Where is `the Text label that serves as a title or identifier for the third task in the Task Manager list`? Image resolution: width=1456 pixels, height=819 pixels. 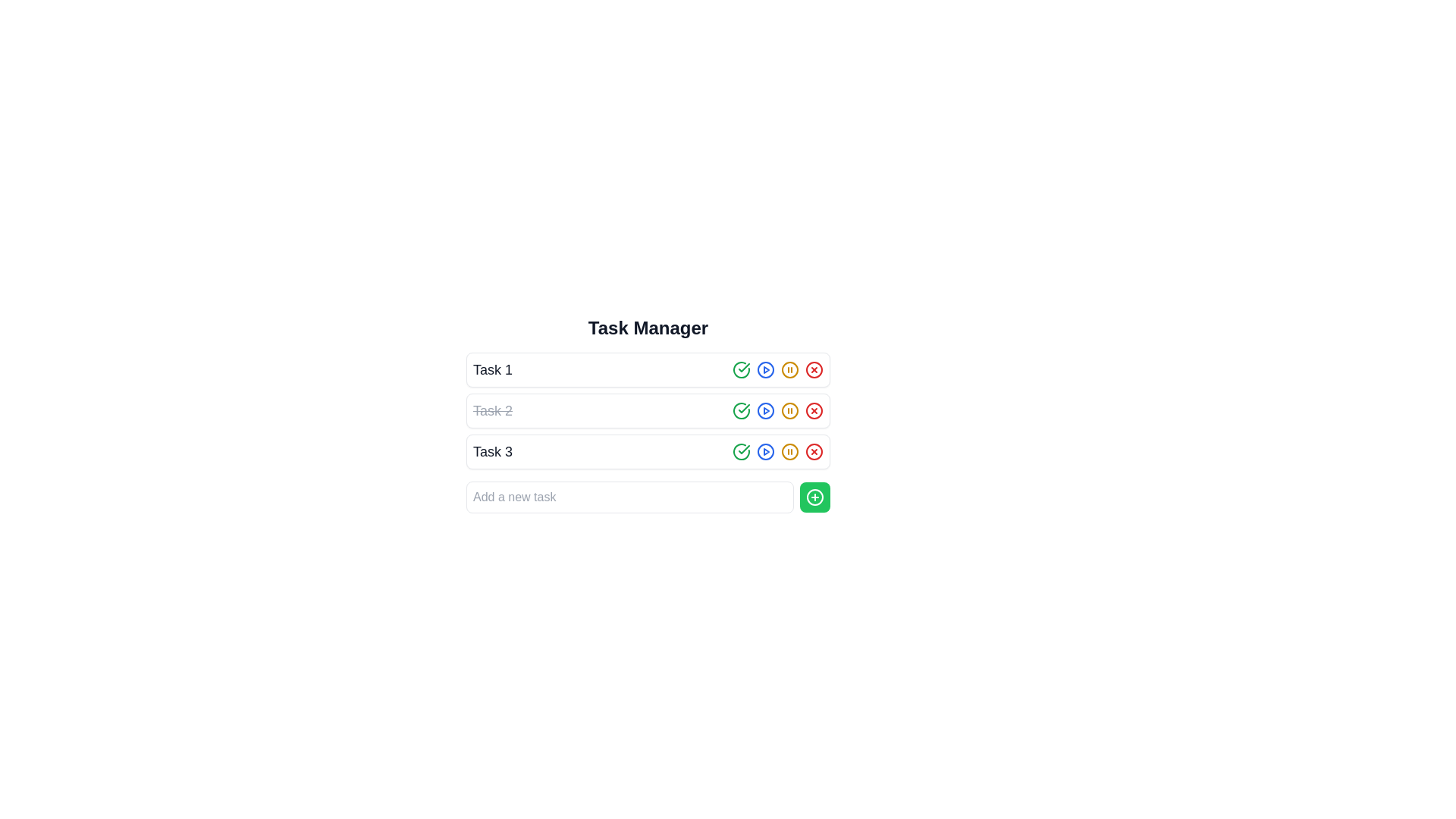 the Text label that serves as a title or identifier for the third task in the Task Manager list is located at coordinates (493, 451).